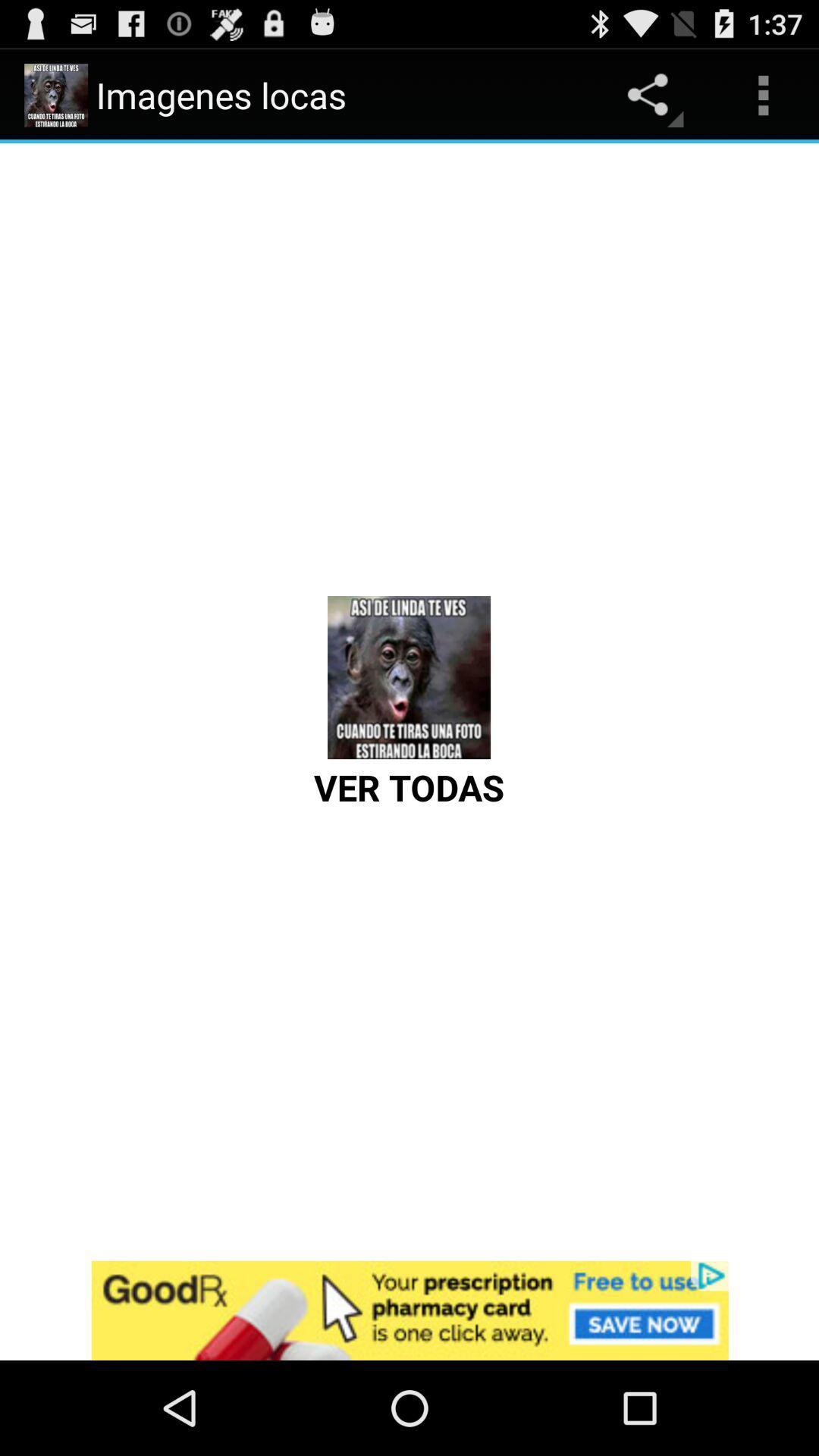 The image size is (819, 1456). What do you see at coordinates (409, 1310) in the screenshot?
I see `advertisement option` at bounding box center [409, 1310].